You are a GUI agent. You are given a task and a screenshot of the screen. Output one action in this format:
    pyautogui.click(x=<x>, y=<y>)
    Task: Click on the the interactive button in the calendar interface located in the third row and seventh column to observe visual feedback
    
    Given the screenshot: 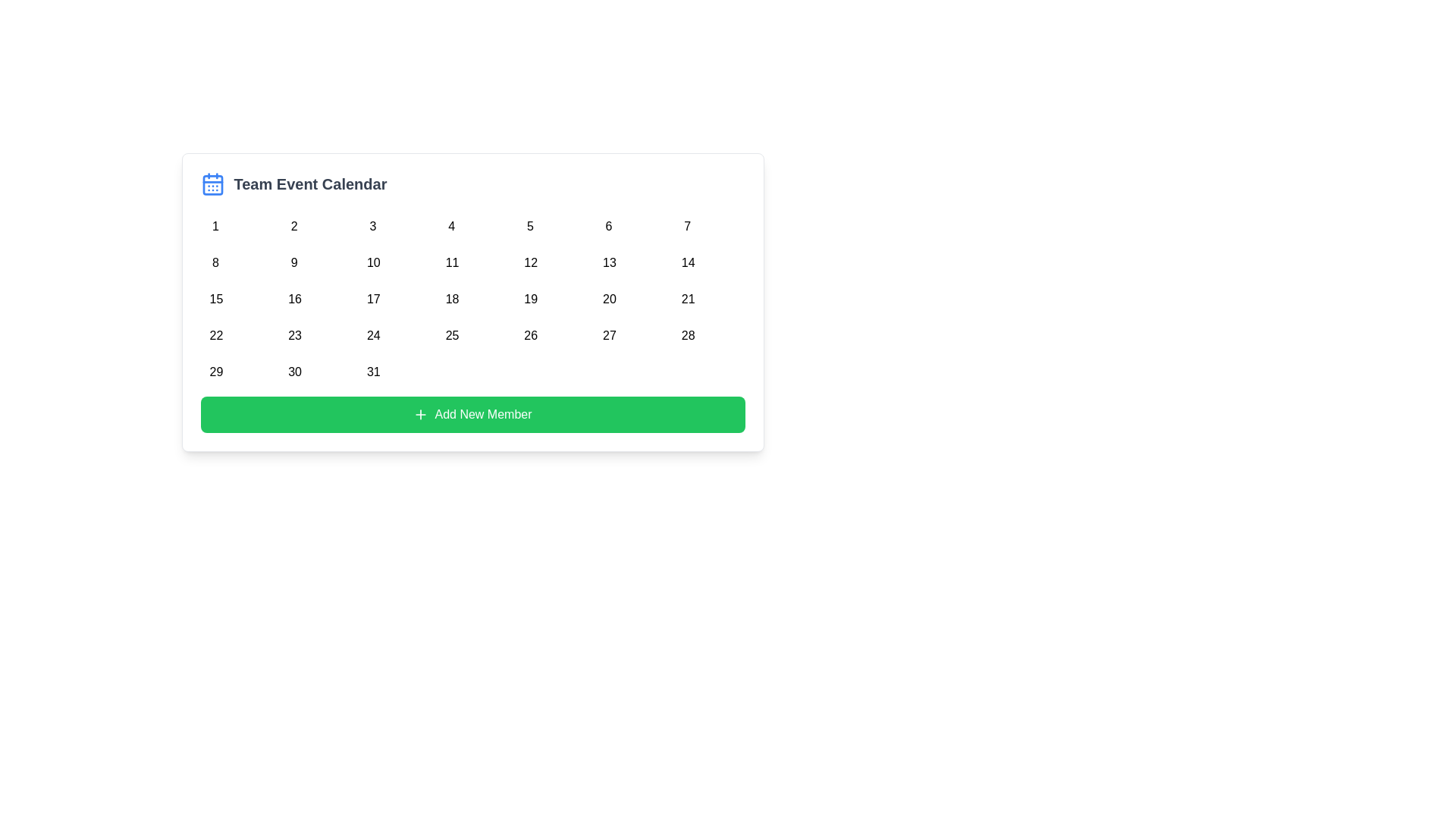 What is the action you would take?
    pyautogui.click(x=686, y=296)
    